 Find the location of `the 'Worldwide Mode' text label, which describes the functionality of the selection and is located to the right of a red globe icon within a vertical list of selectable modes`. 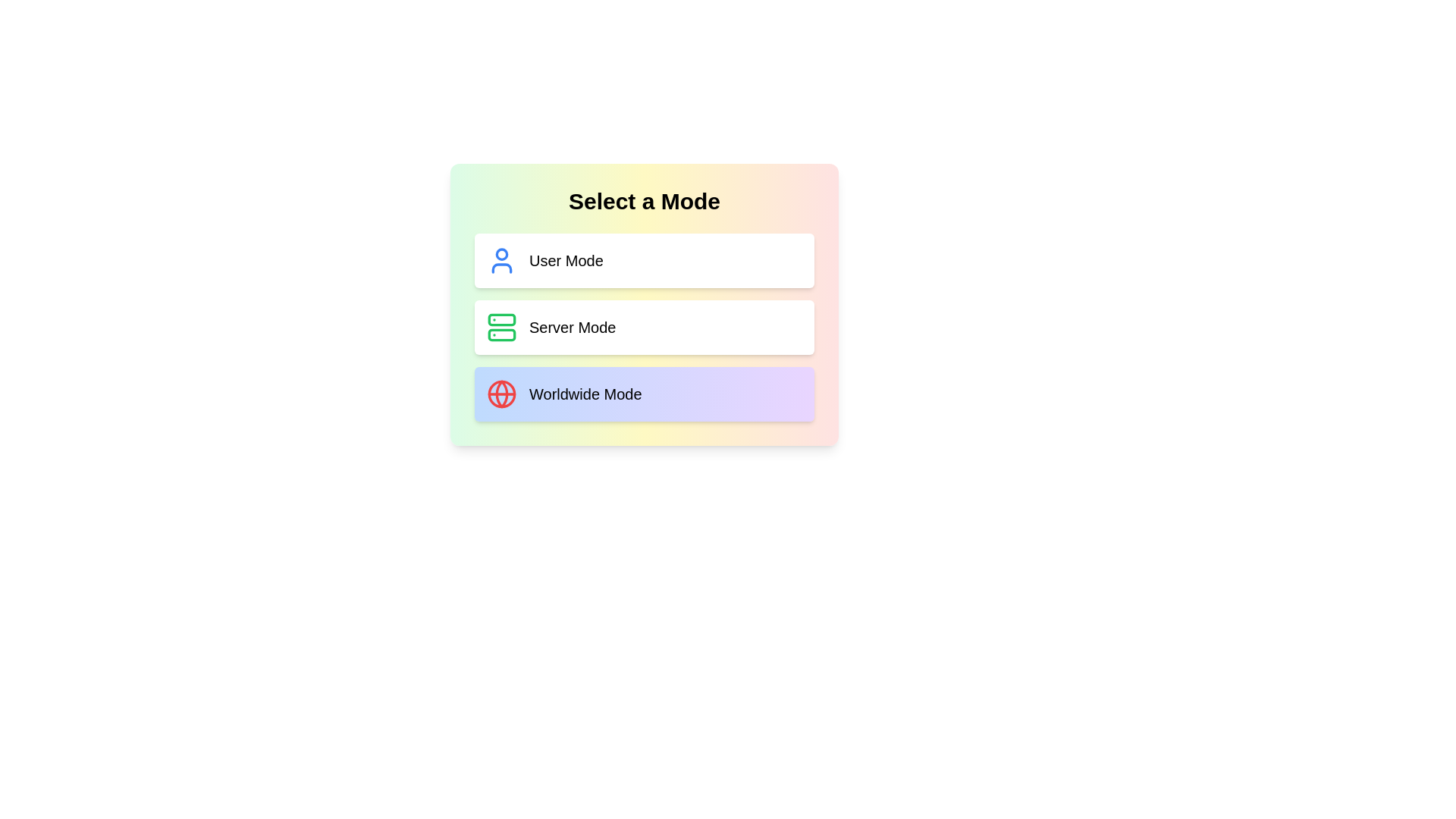

the 'Worldwide Mode' text label, which describes the functionality of the selection and is located to the right of a red globe icon within a vertical list of selectable modes is located at coordinates (585, 394).